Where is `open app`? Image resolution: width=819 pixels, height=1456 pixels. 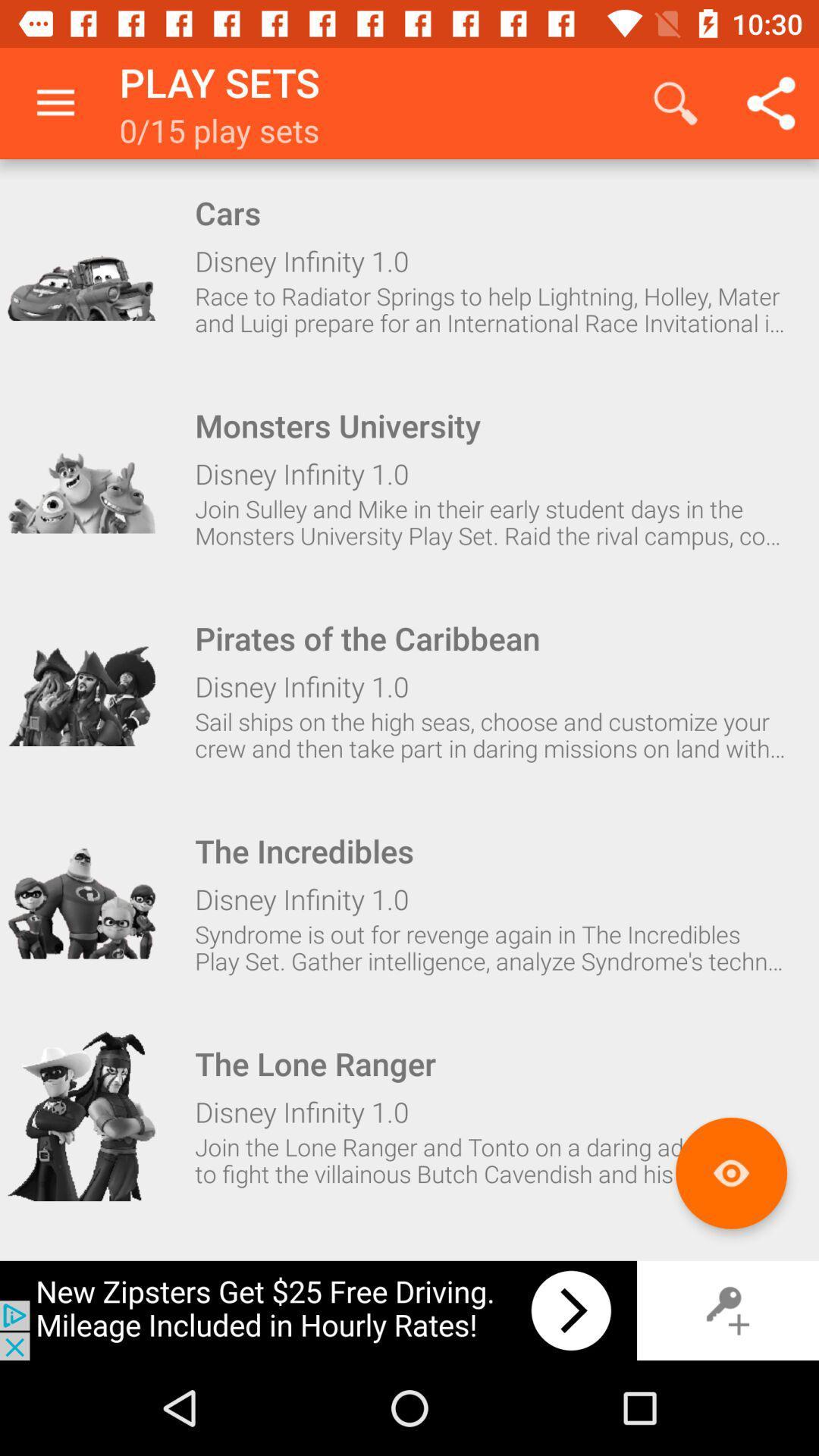
open app is located at coordinates (81, 690).